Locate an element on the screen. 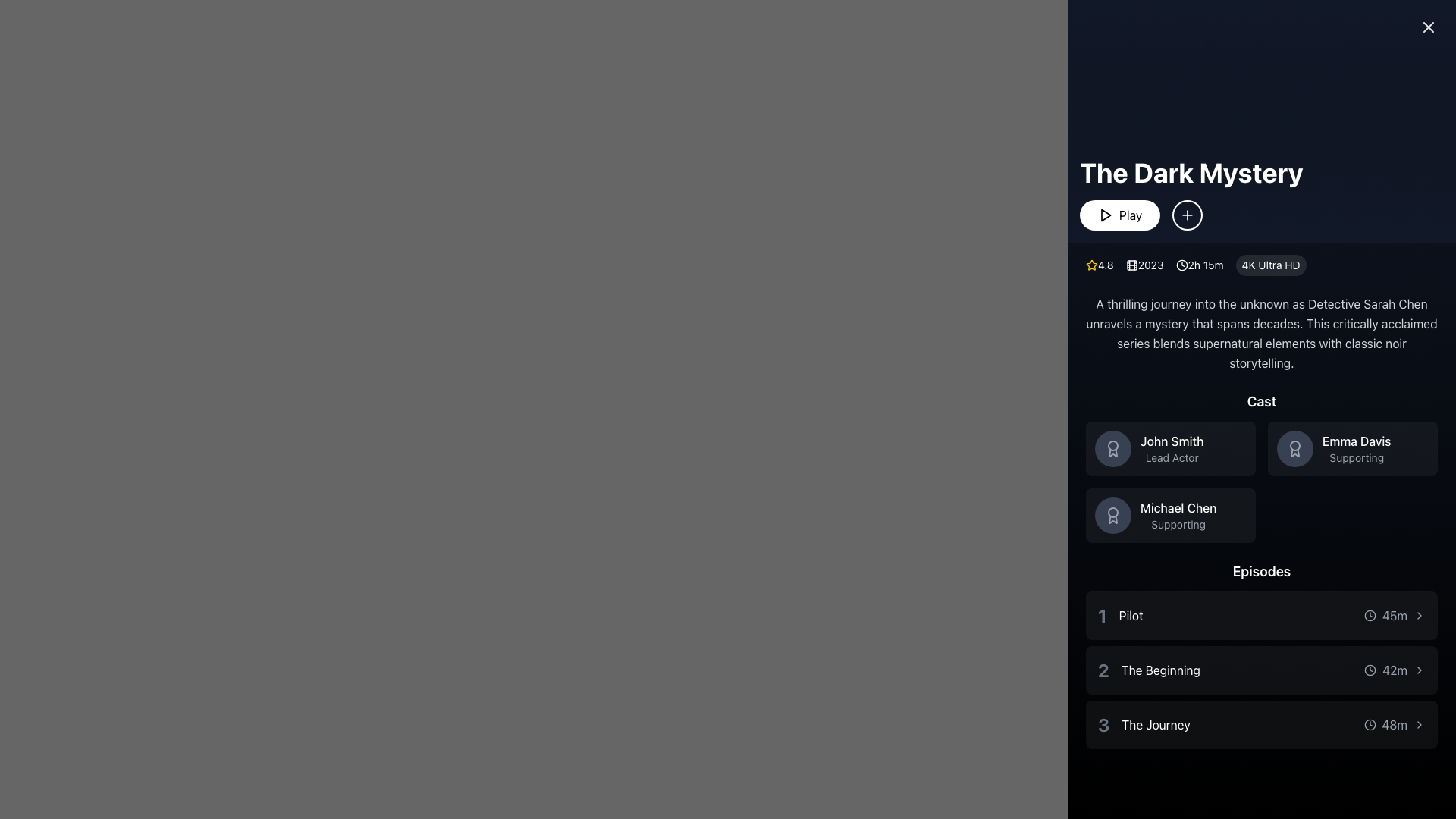  the oval badge containing the text '4K Ultra HD', which has a dark background and light-colored text, positioned last in the horizontal group of media item descriptors is located at coordinates (1271, 265).